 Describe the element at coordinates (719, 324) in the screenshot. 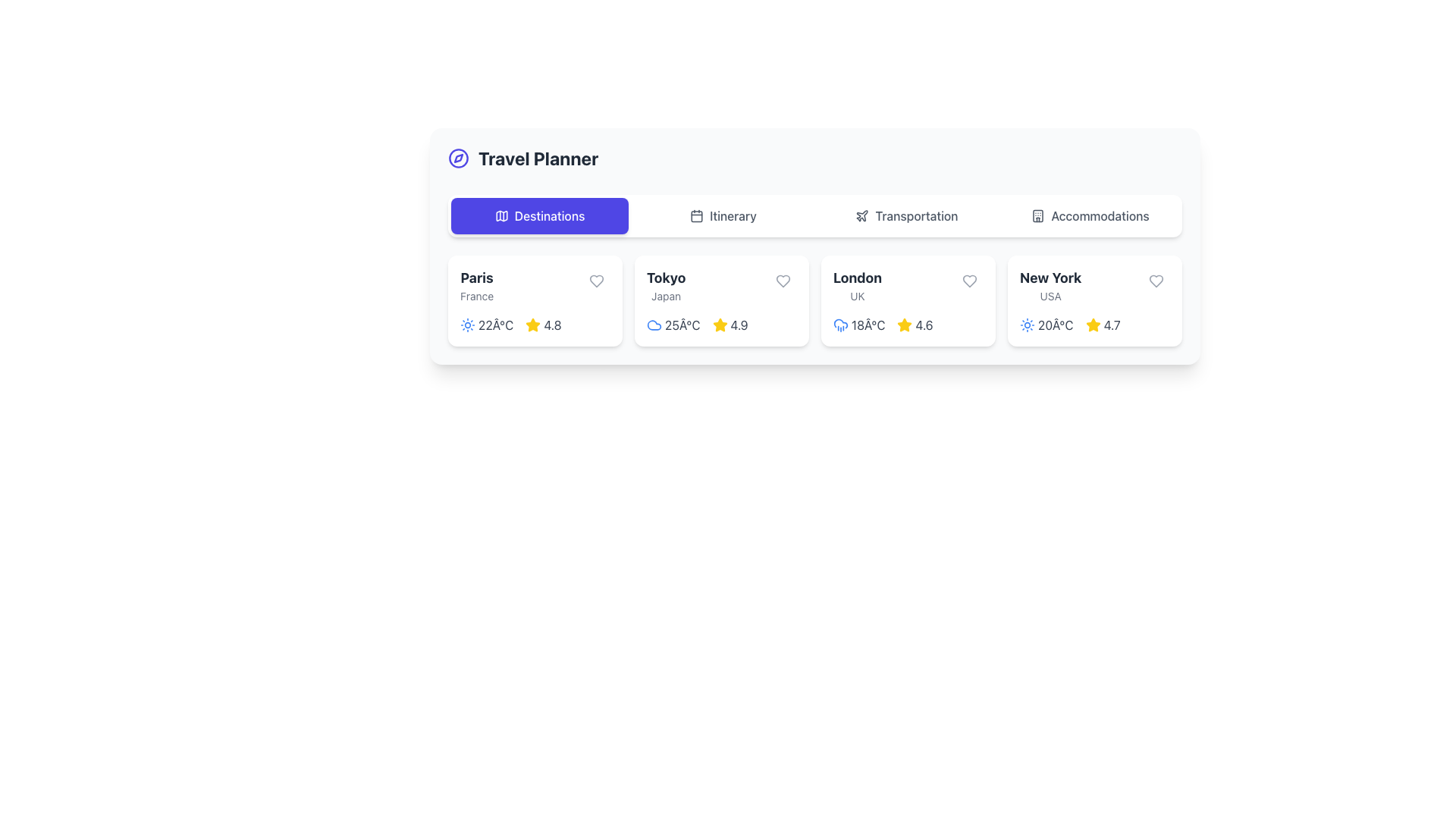

I see `the star icon indicating the rating value of the 'Tokyo, Japan' destination, which is located adjacent to the numeric rating value '4.9.'` at that location.